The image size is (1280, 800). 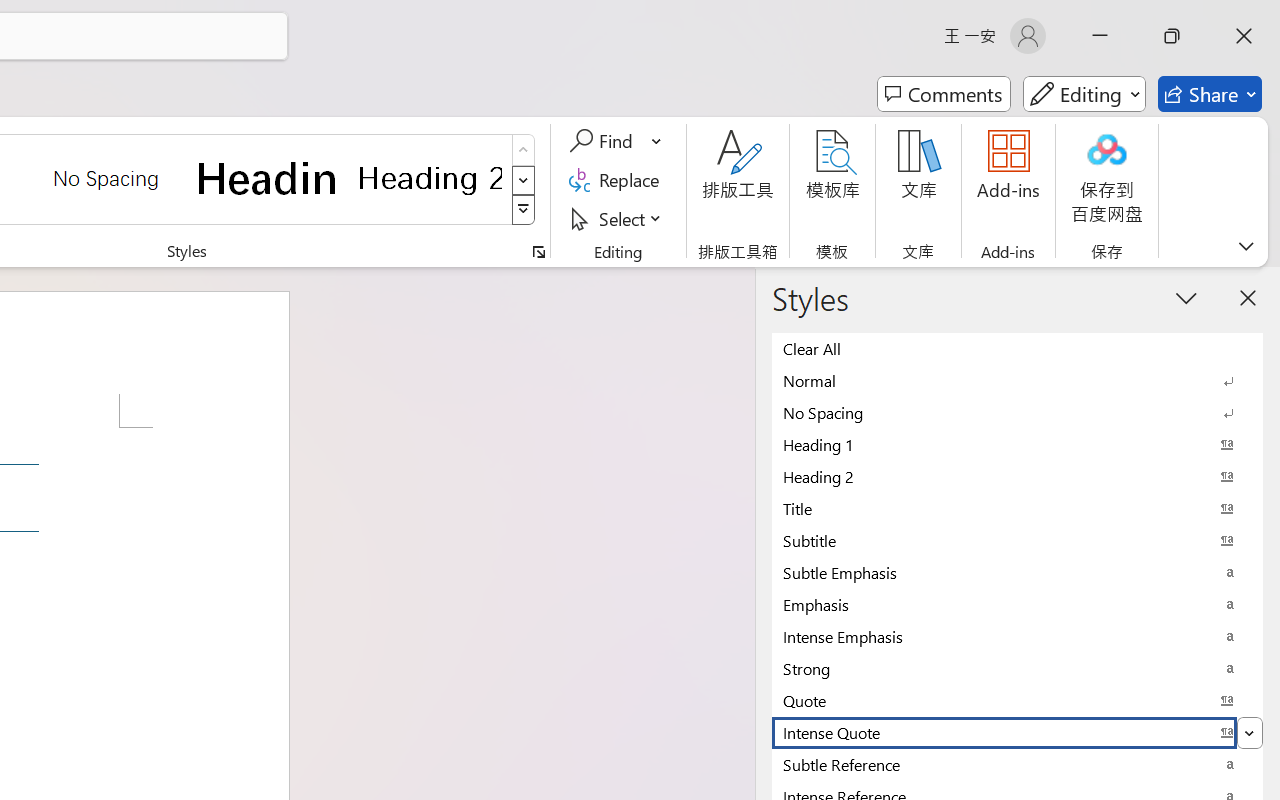 I want to click on 'Clear All', so click(x=1017, y=348).